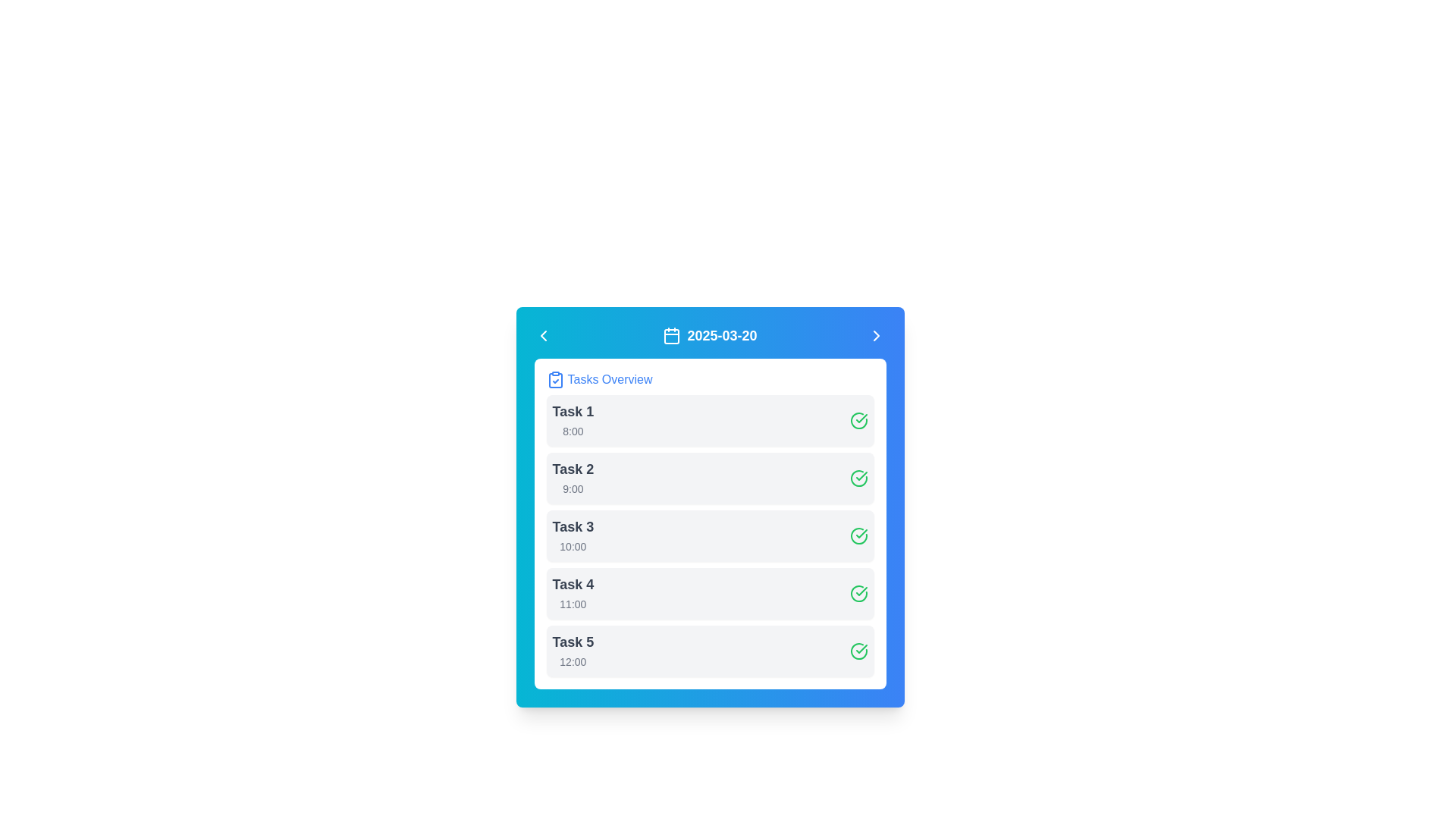  I want to click on text label displaying the time '10:00' in gray color, which is positioned below 'Task 3' in the task list, so click(572, 547).